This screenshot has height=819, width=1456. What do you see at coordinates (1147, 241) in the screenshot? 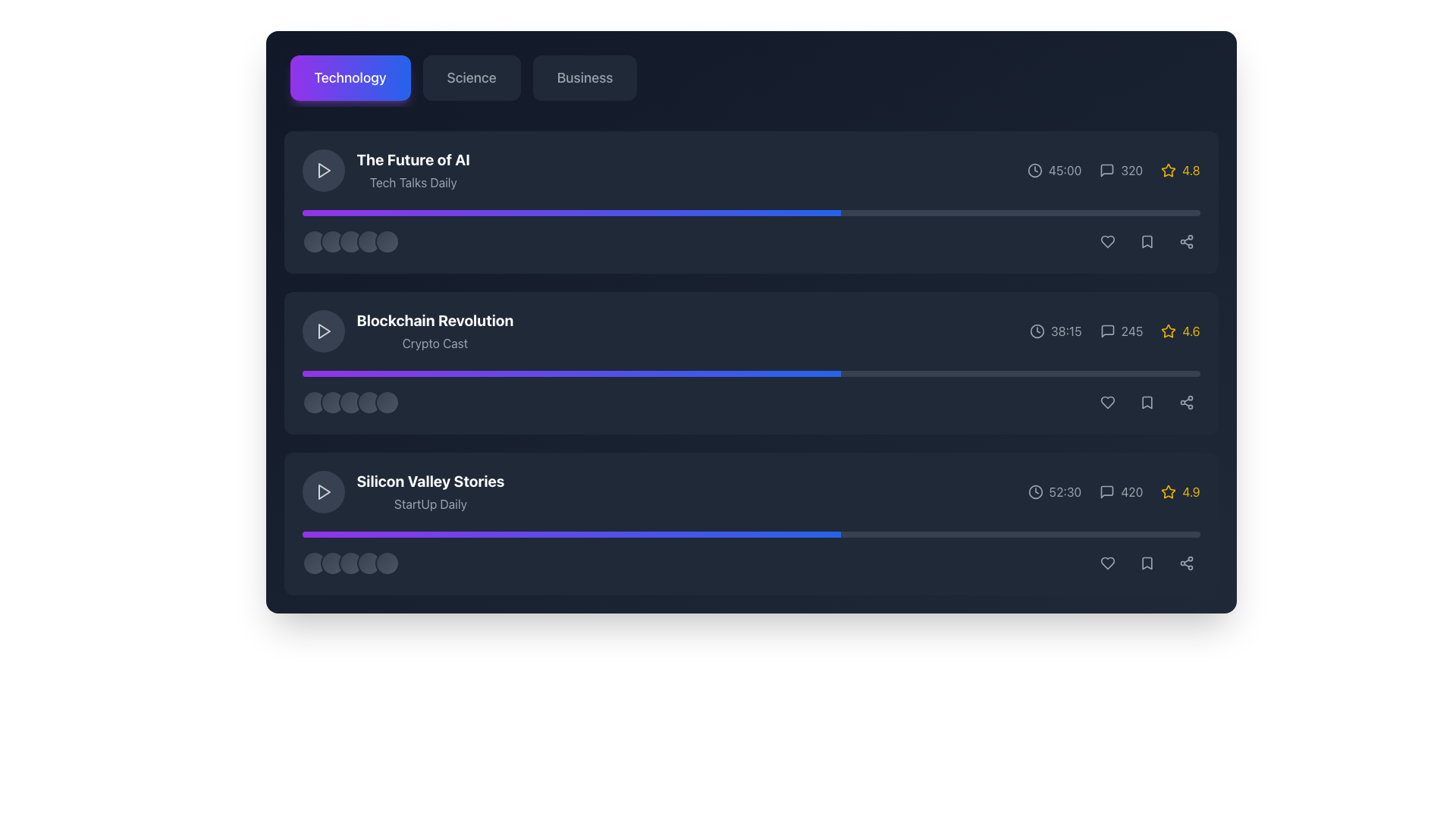
I see `the bookmark icon located to the right of the 'The Future of AI' list item` at bounding box center [1147, 241].